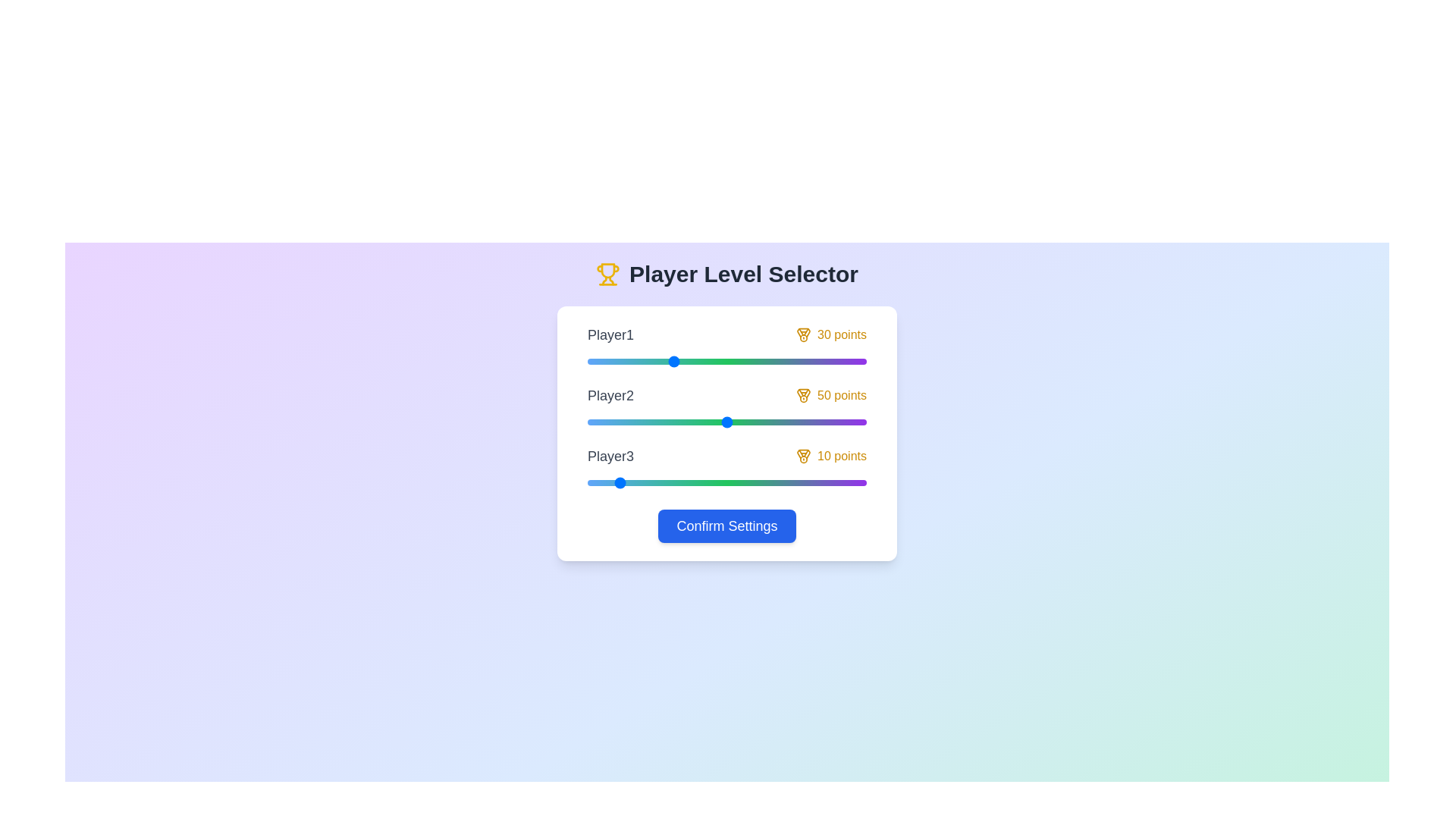 This screenshot has width=1456, height=819. I want to click on the Player2 slider to set their level to 17, so click(635, 422).